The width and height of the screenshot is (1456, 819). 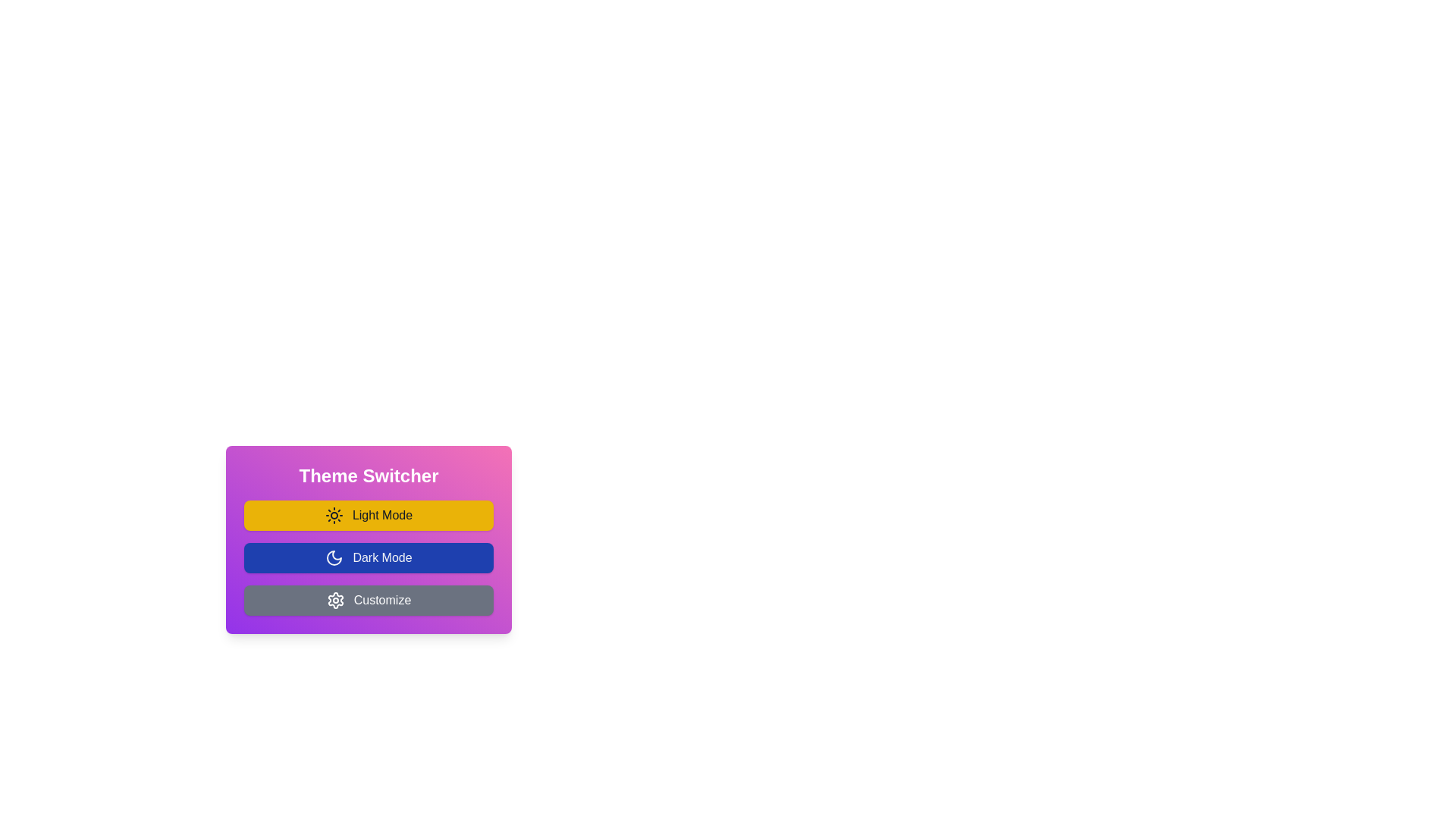 I want to click on the 'Dark Mode' button located in the Theme Switcher panel, which is the second option in the vertical list of buttons, so click(x=334, y=558).